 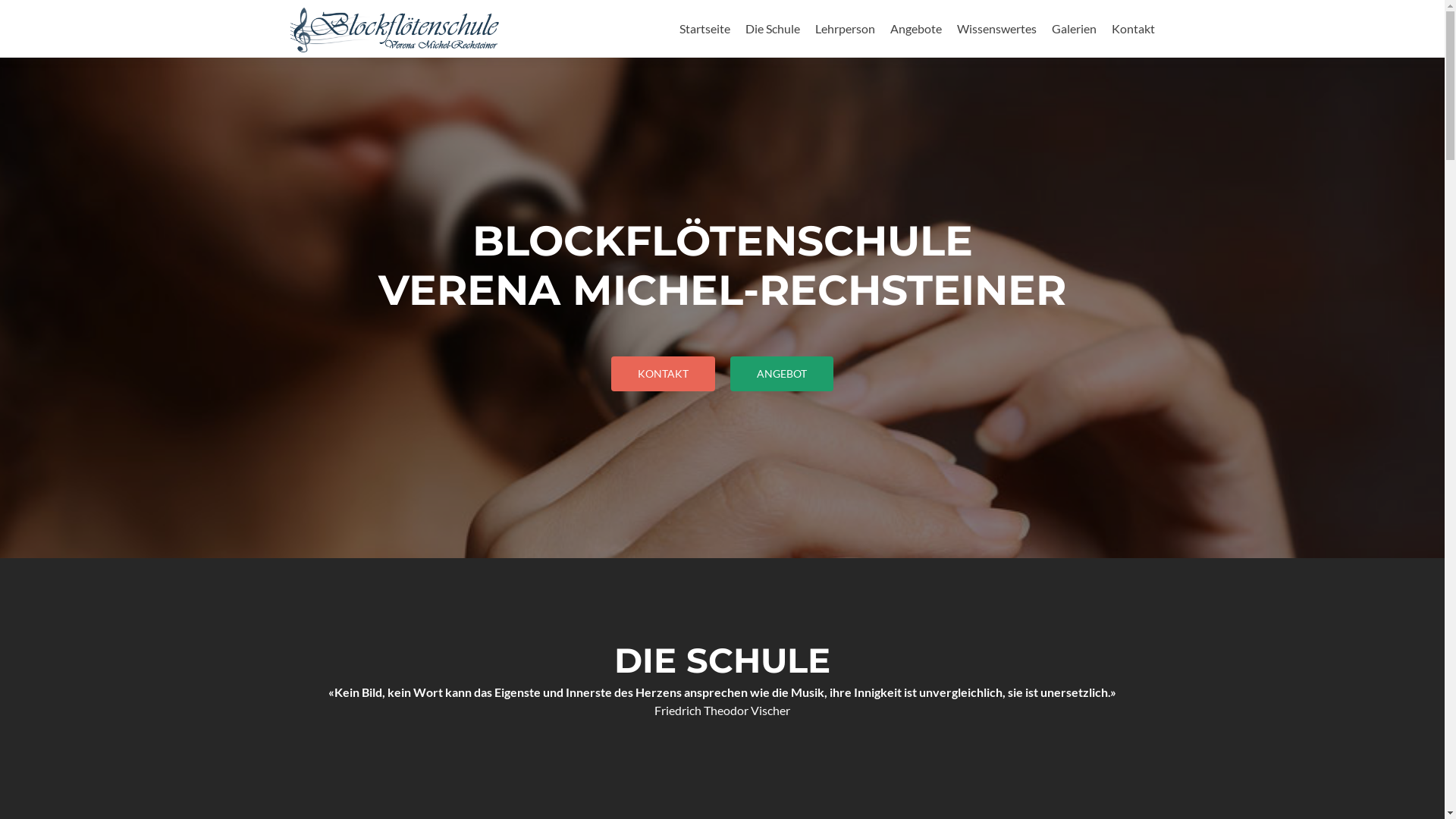 I want to click on 'Galerien', so click(x=1072, y=28).